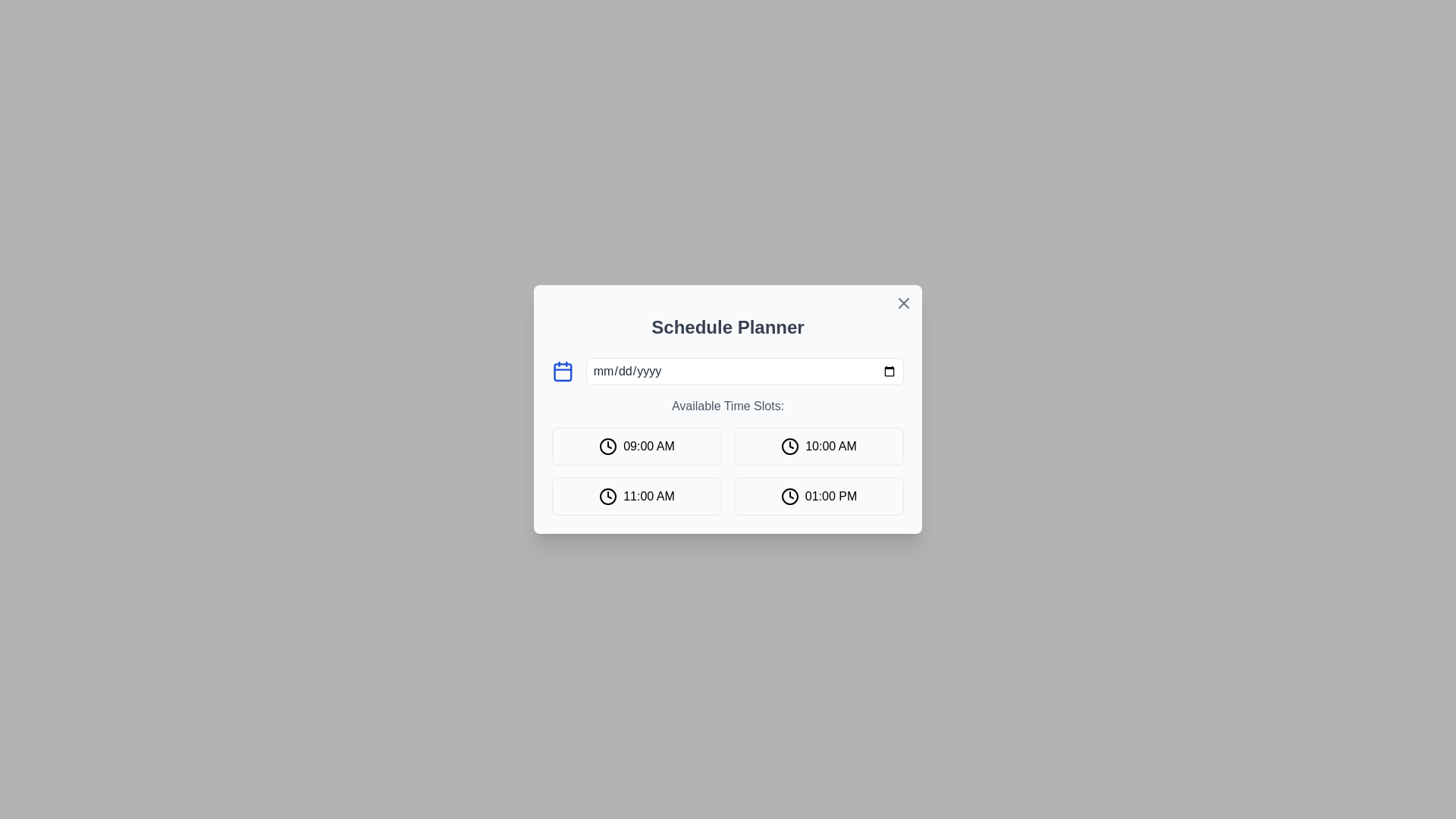 The image size is (1456, 819). What do you see at coordinates (789, 446) in the screenshot?
I see `the clock icon which has a circular border and clock hands, positioned to the left of the text '10:00 AM'` at bounding box center [789, 446].